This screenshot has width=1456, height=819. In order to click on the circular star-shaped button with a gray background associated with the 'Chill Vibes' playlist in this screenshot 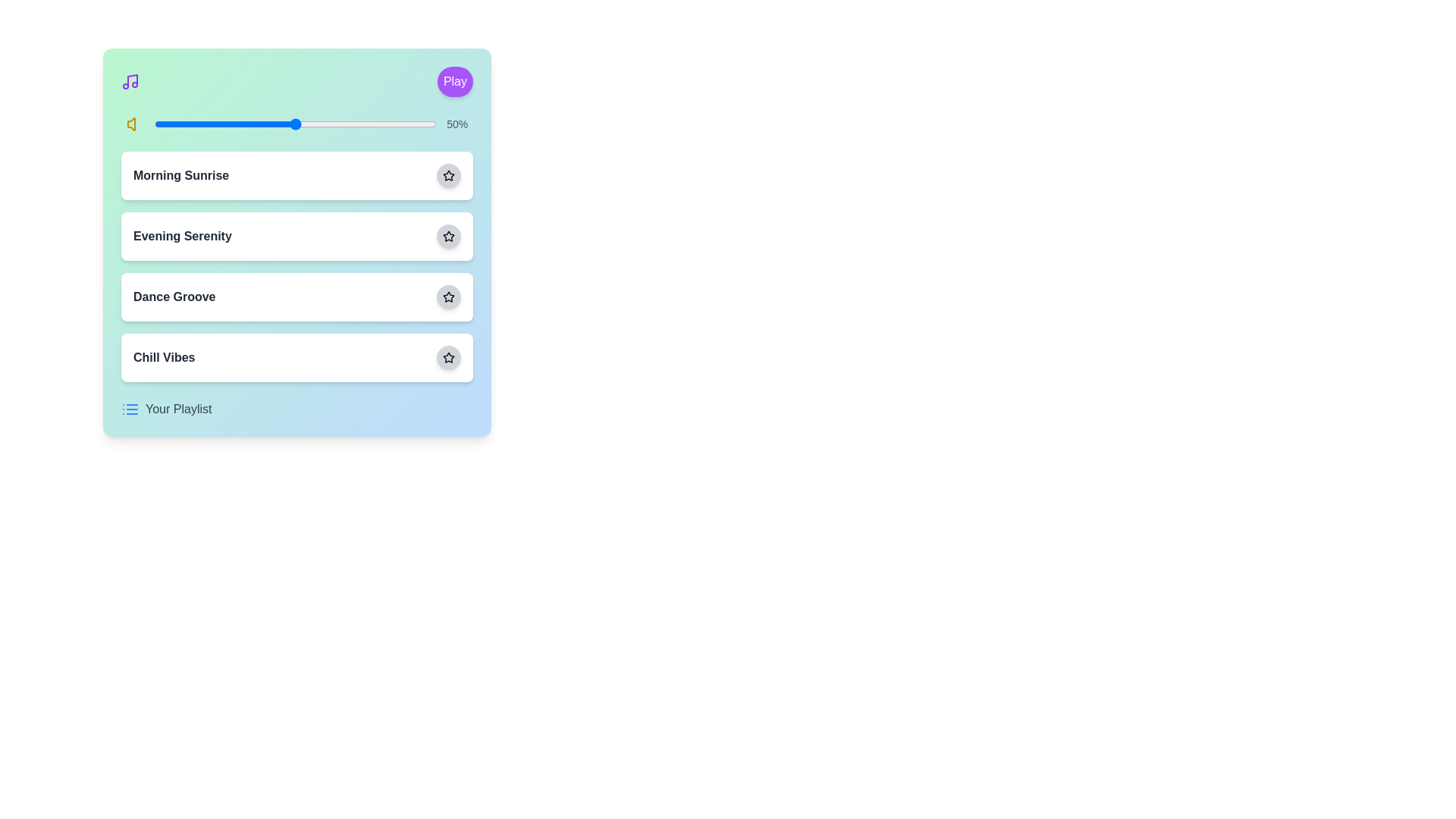, I will do `click(447, 357)`.